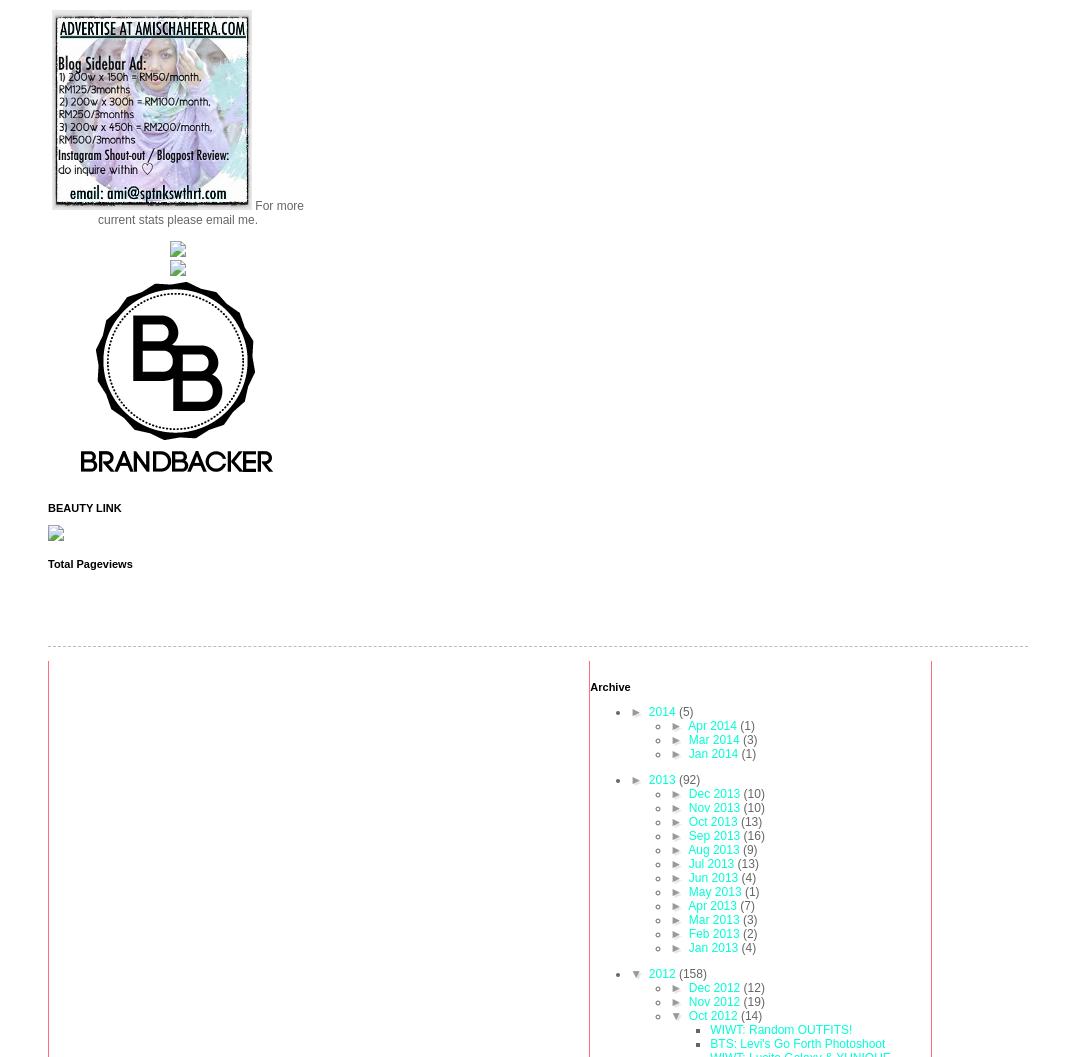 This screenshot has width=1068, height=1057. I want to click on 'WIWT: Random OUTFITS!', so click(781, 1027).